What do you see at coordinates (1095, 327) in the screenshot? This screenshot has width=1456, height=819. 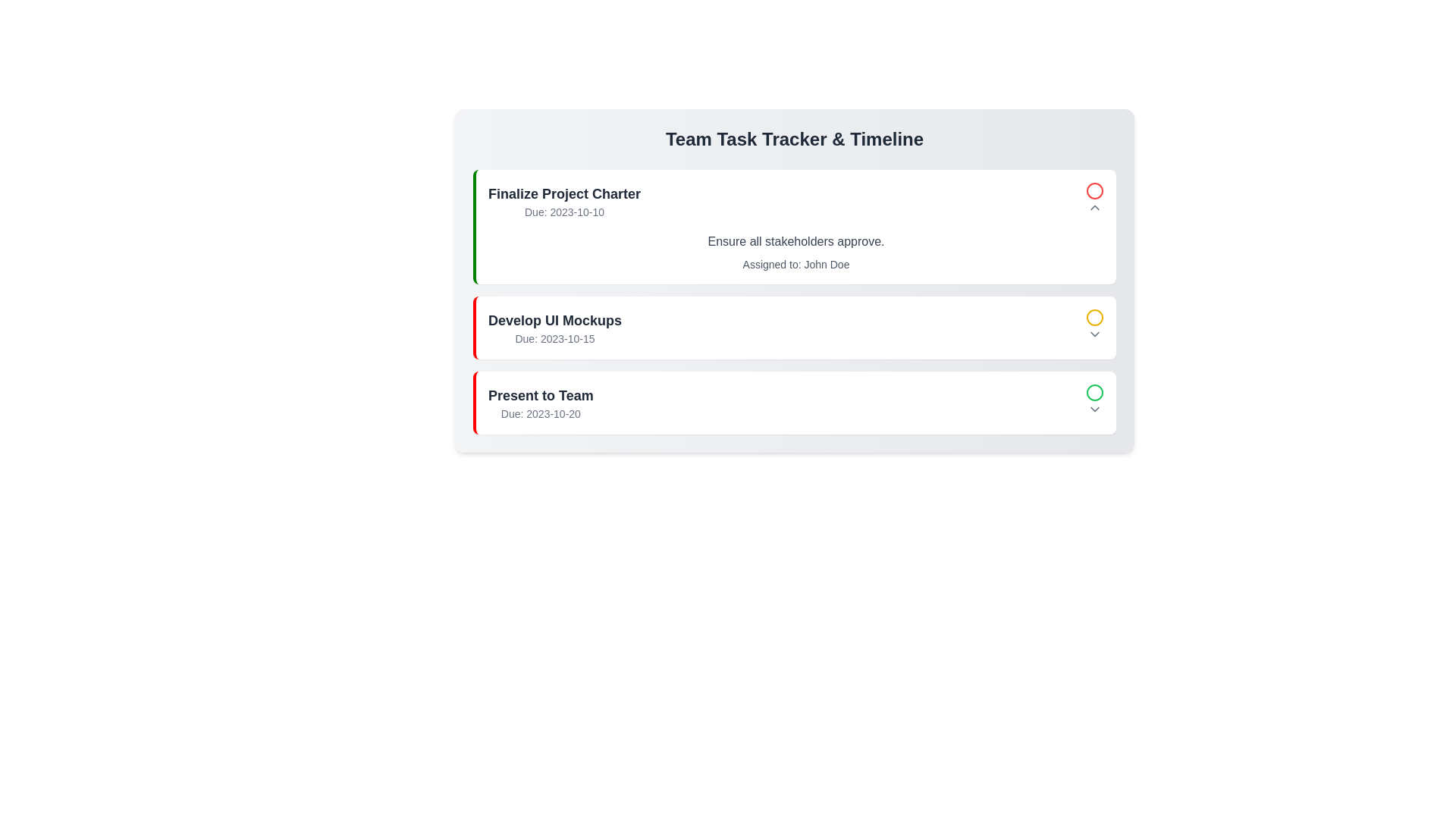 I see `the combined status marker and interactive dropdown-like element, which consists of an upward-facing yellow circle and a downward-facing gray triangle, located to the right of the text 'Due: 2023-10-15' in the 'Develop UI Mockups' row` at bounding box center [1095, 327].